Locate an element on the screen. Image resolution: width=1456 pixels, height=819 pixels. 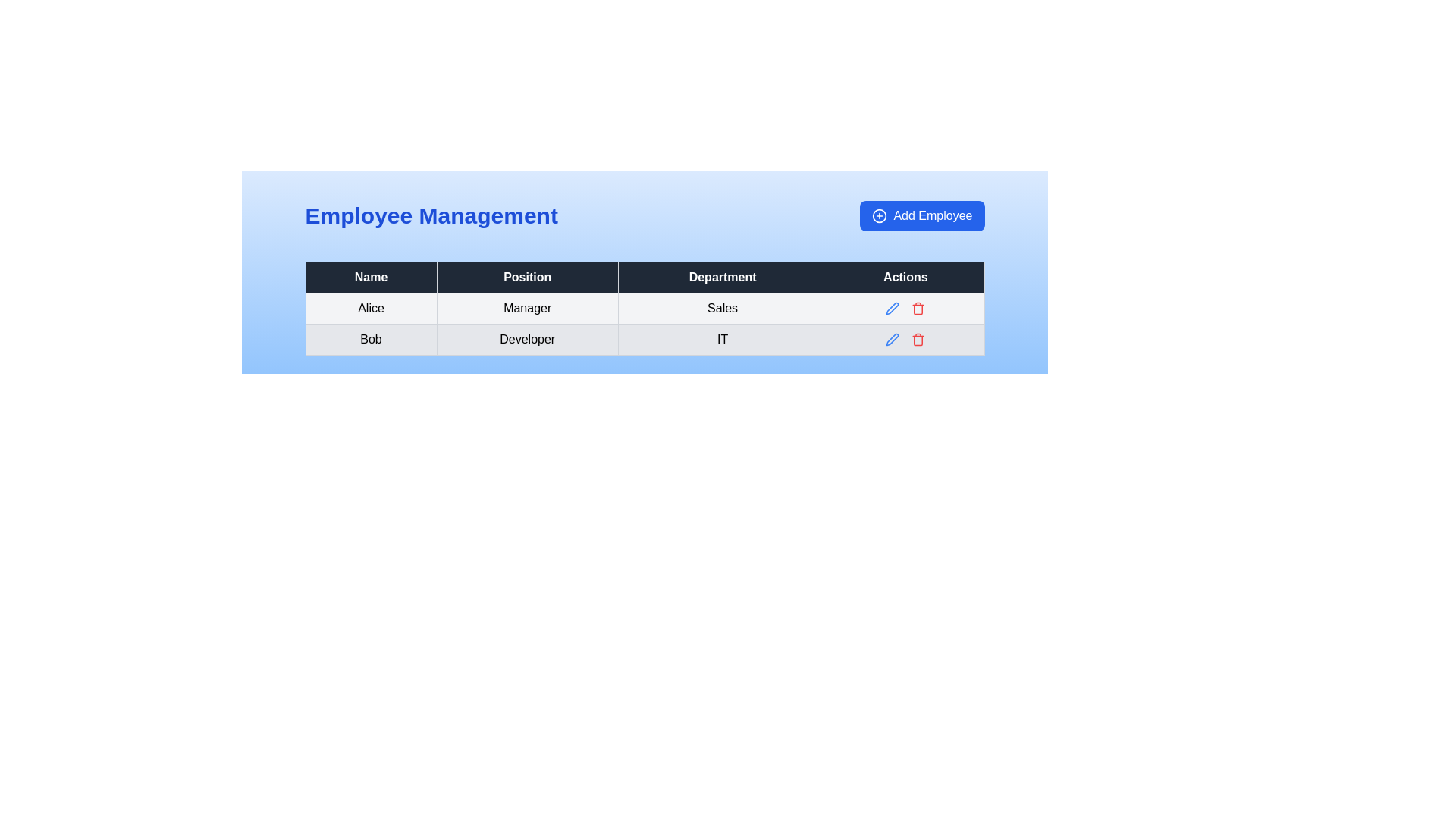
information displayed in the table cell containing the text 'Developer', which is located in the second column of the second row under the 'Position' header, aligned with the row labeled 'Bob' is located at coordinates (527, 338).